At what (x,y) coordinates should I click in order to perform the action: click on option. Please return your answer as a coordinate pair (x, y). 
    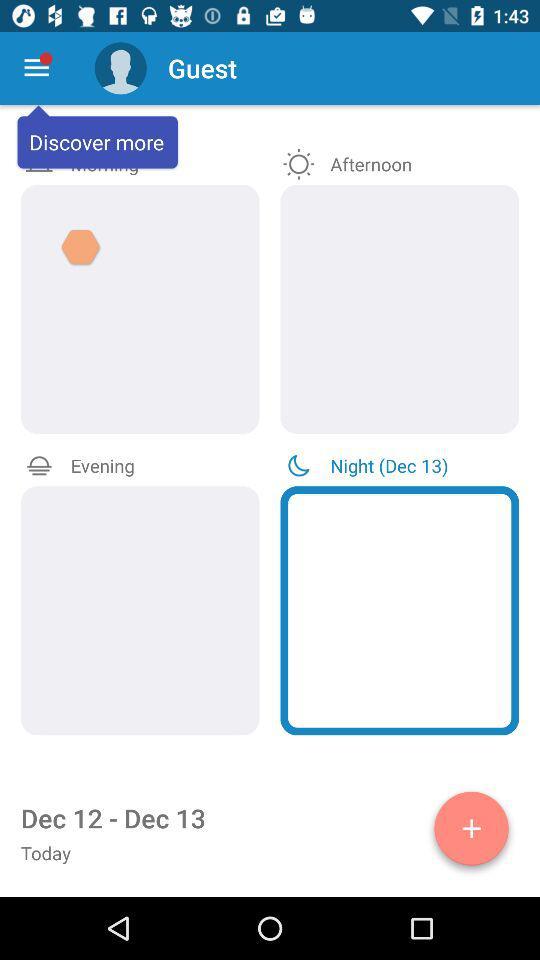
    Looking at the image, I should click on (471, 832).